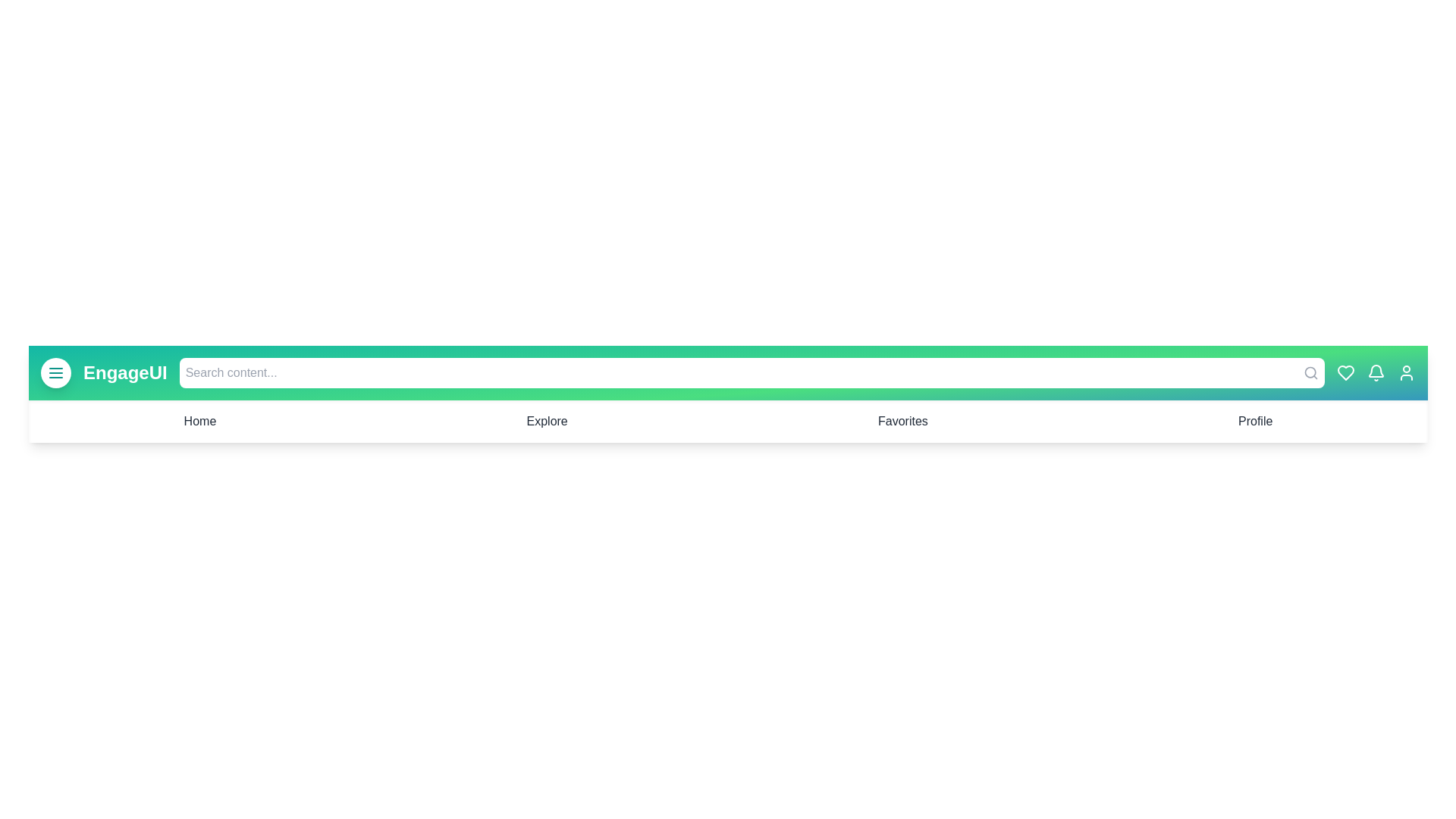  Describe the element at coordinates (1376, 373) in the screenshot. I see `the bell icon to view notifications` at that location.